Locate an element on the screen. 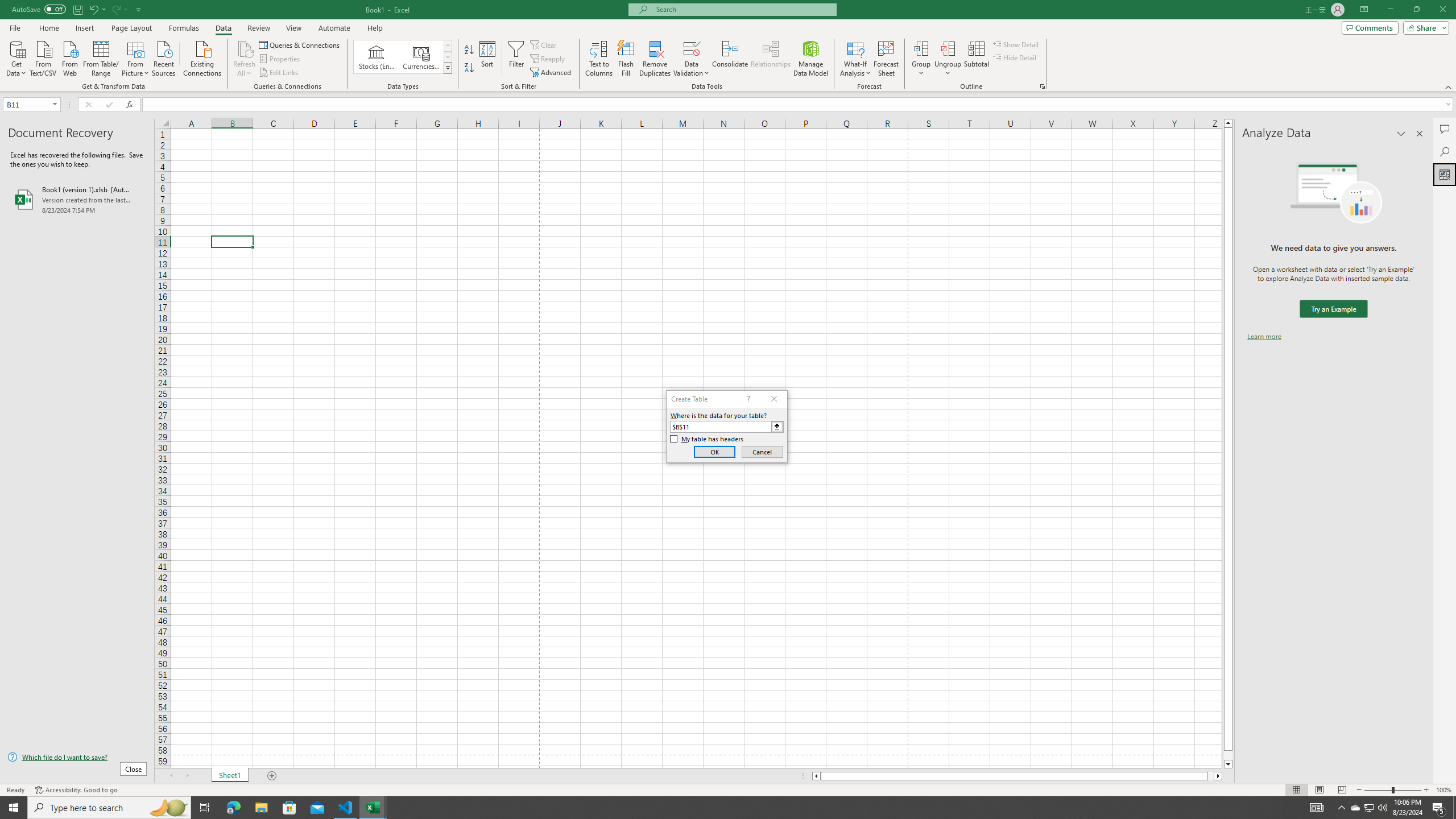  'Advanced...' is located at coordinates (552, 72).